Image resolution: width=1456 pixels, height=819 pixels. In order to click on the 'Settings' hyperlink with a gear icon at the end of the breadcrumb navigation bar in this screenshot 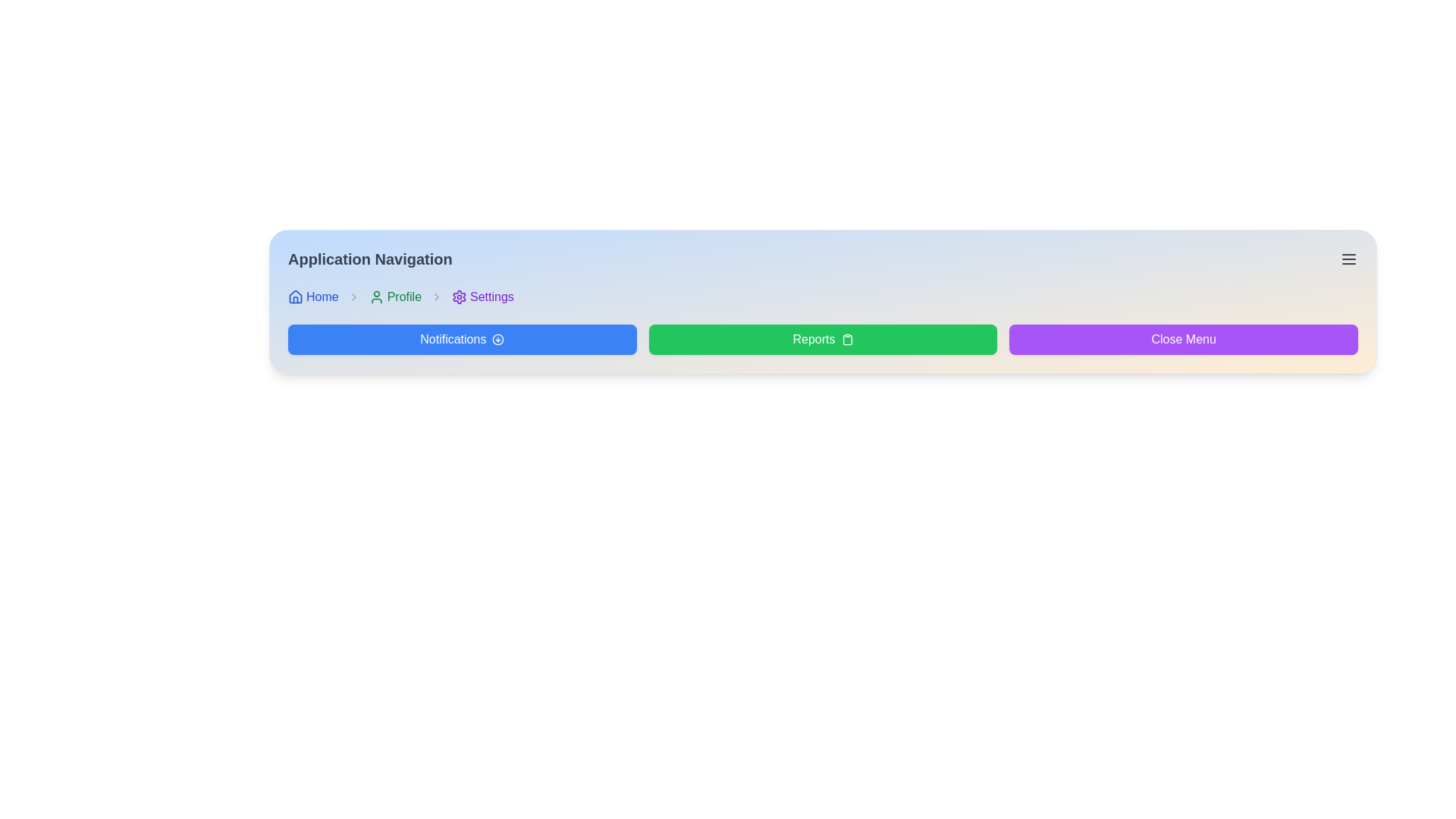, I will do `click(482, 297)`.